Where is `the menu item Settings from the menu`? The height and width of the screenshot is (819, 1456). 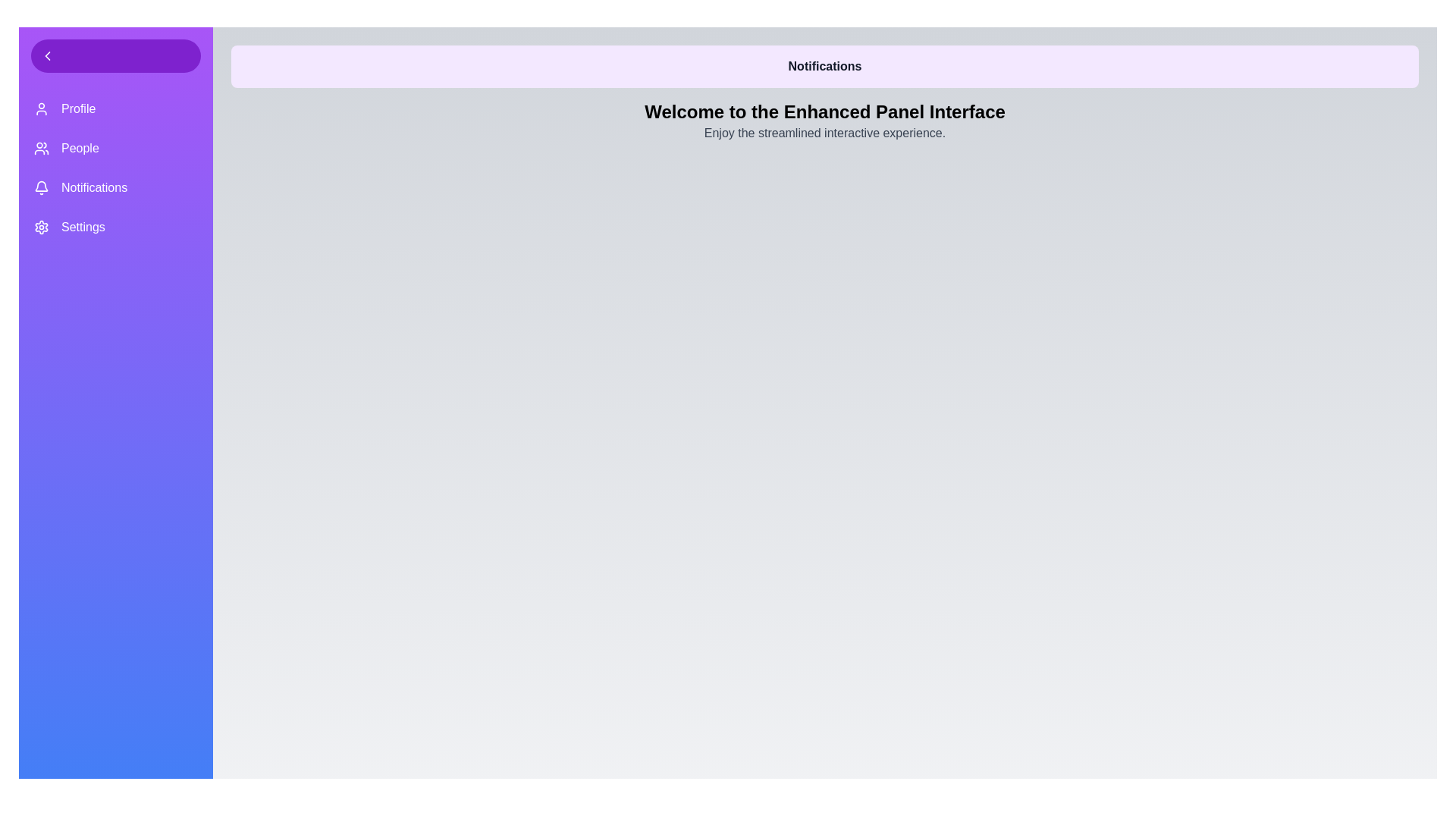
the menu item Settings from the menu is located at coordinates (115, 227).